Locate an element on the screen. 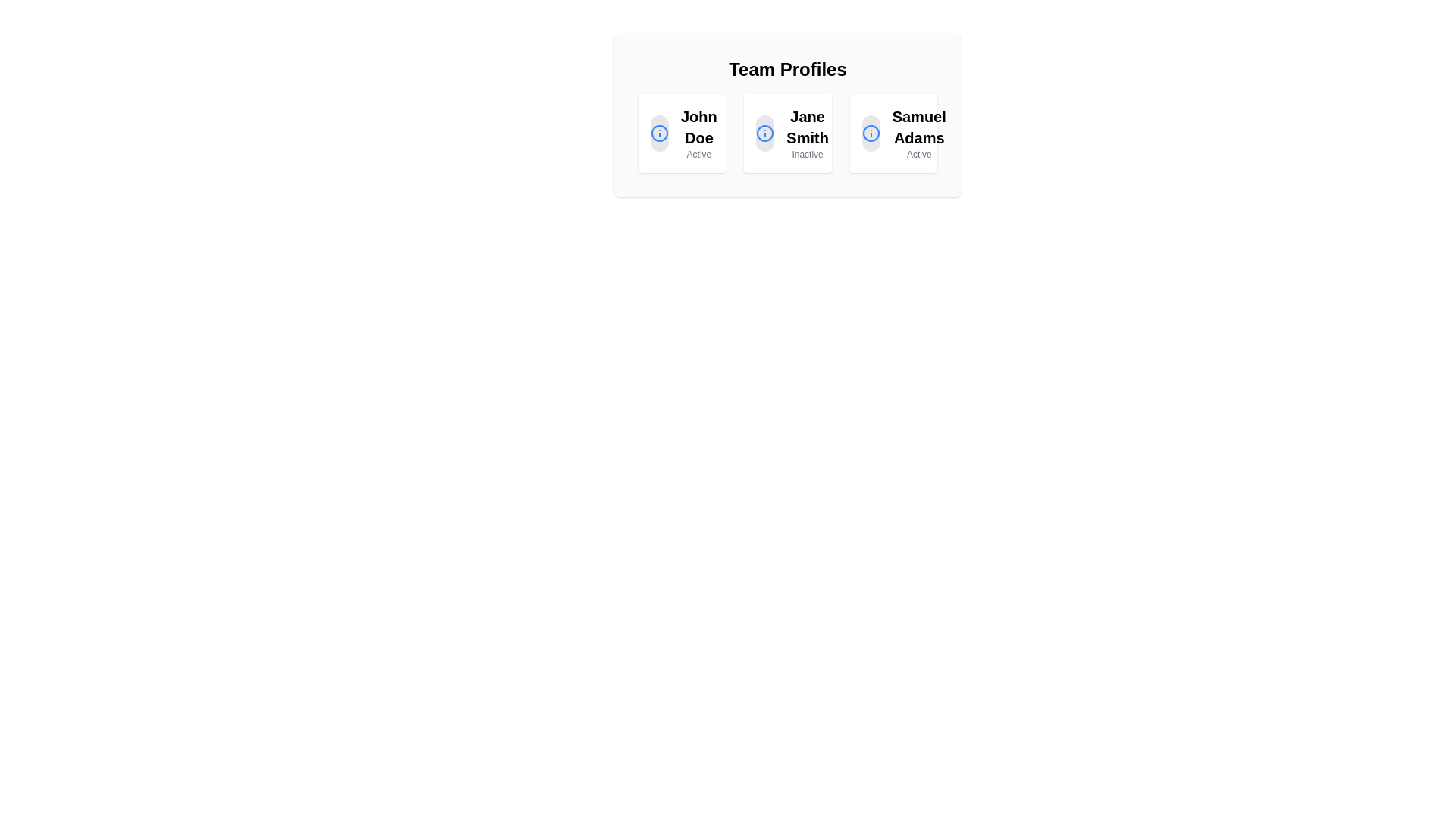  the text label reading 'Inactive', which is styled in a small, gray font and located below the name 'Jane Smith' in the middle profile card is located at coordinates (807, 155).